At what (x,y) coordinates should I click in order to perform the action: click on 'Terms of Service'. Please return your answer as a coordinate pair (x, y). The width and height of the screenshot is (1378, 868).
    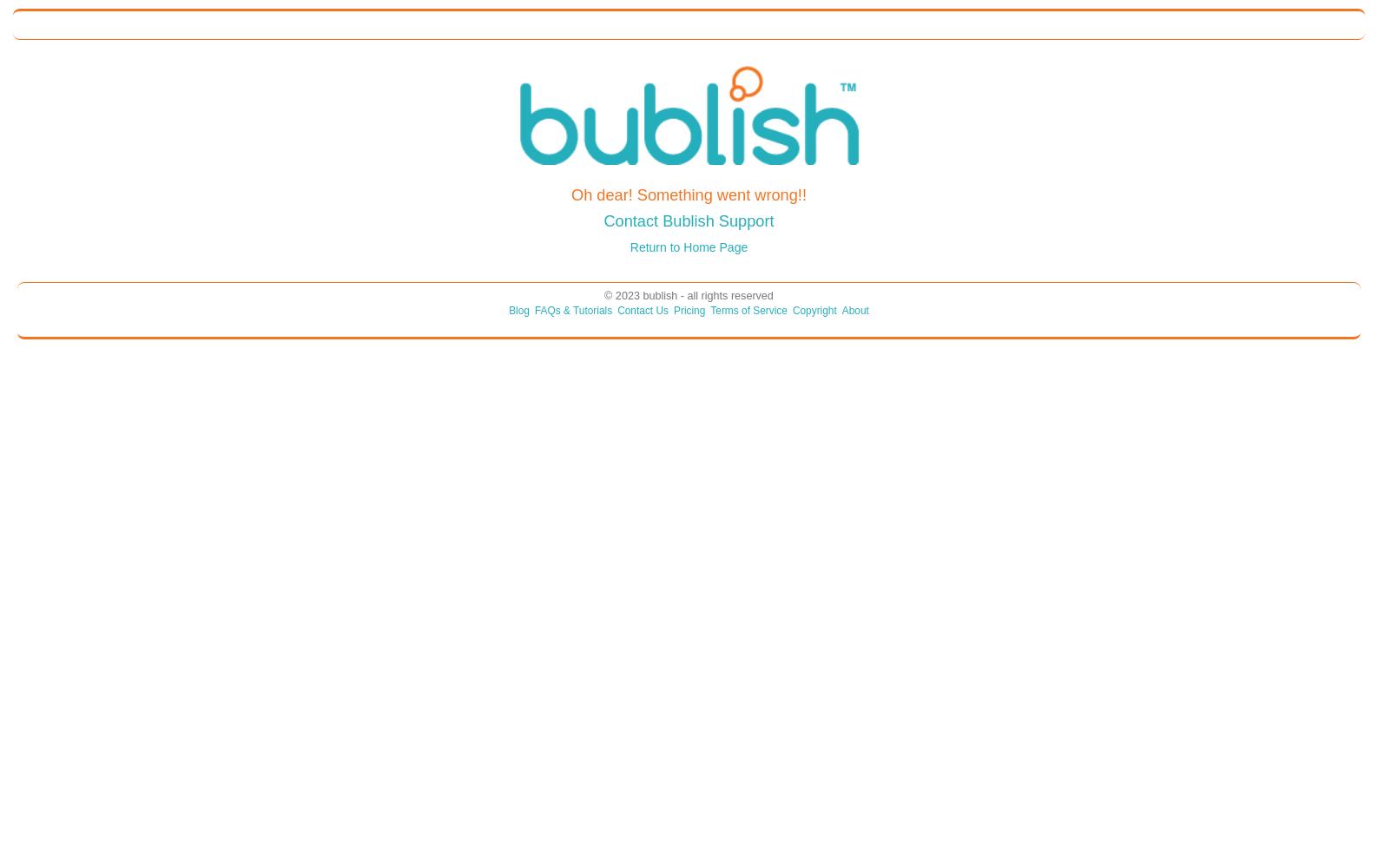
    Looking at the image, I should click on (748, 310).